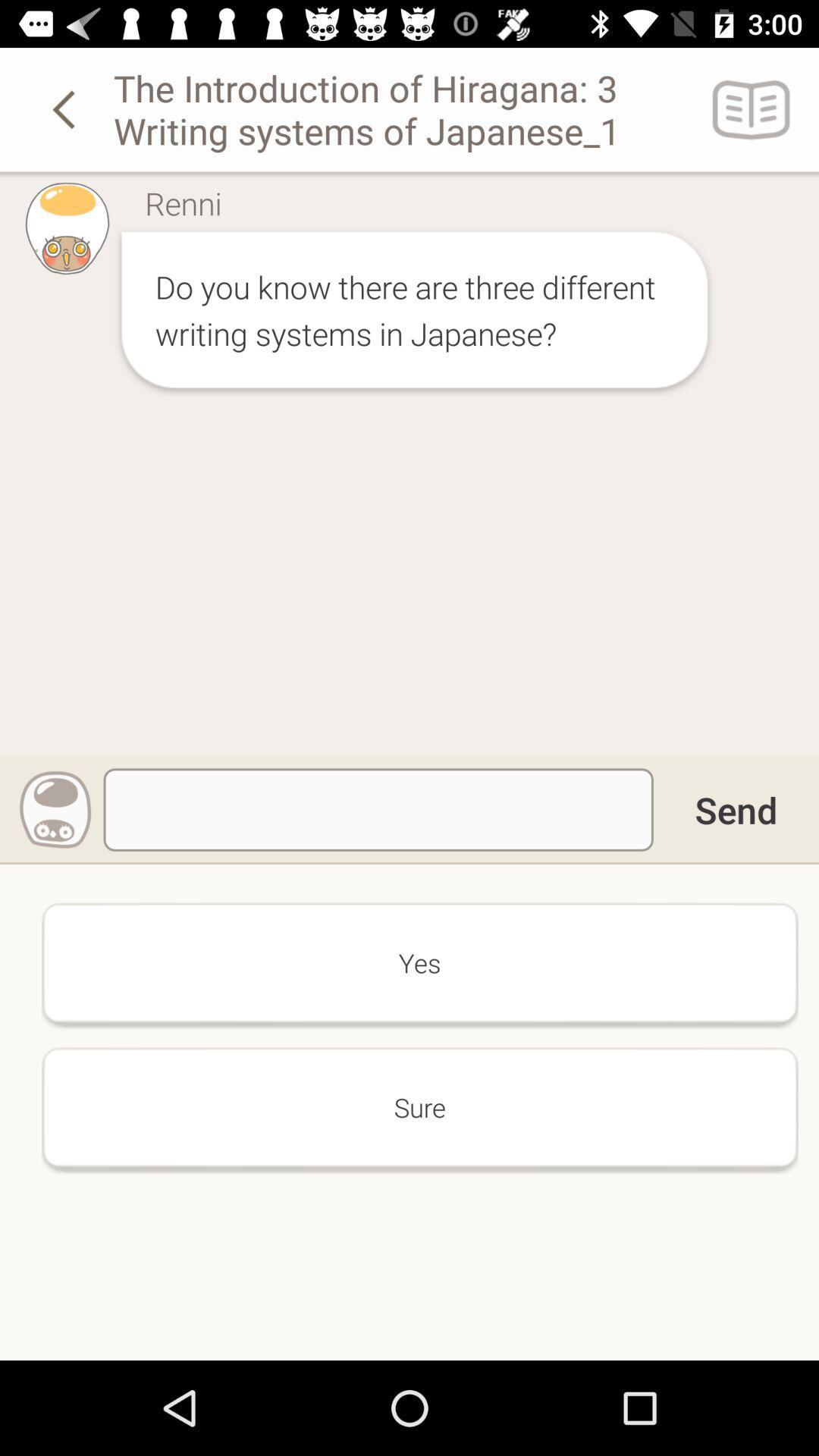 This screenshot has width=819, height=1456. I want to click on the book icon, so click(752, 108).